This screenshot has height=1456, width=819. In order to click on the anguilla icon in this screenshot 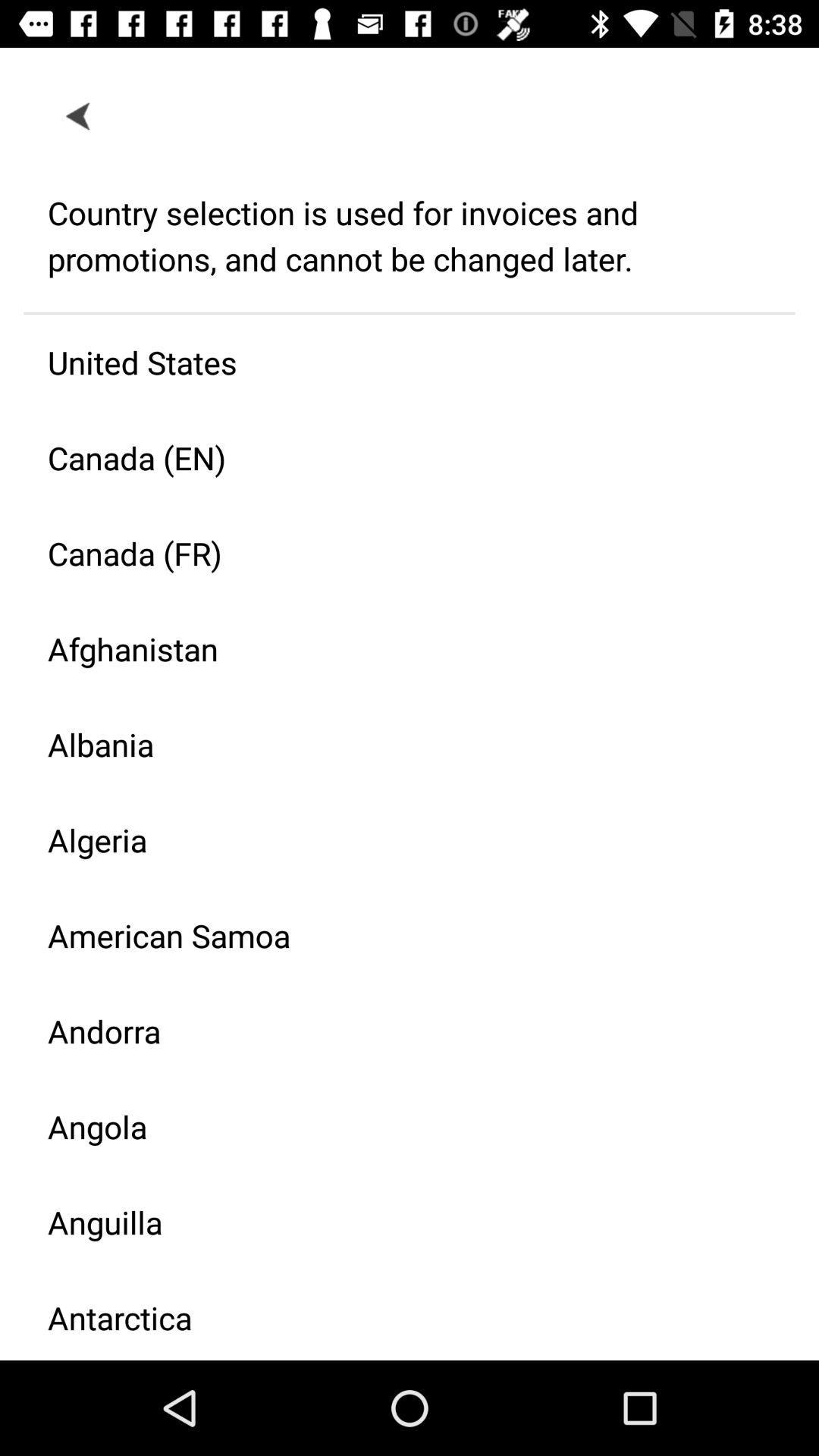, I will do `click(397, 1222)`.